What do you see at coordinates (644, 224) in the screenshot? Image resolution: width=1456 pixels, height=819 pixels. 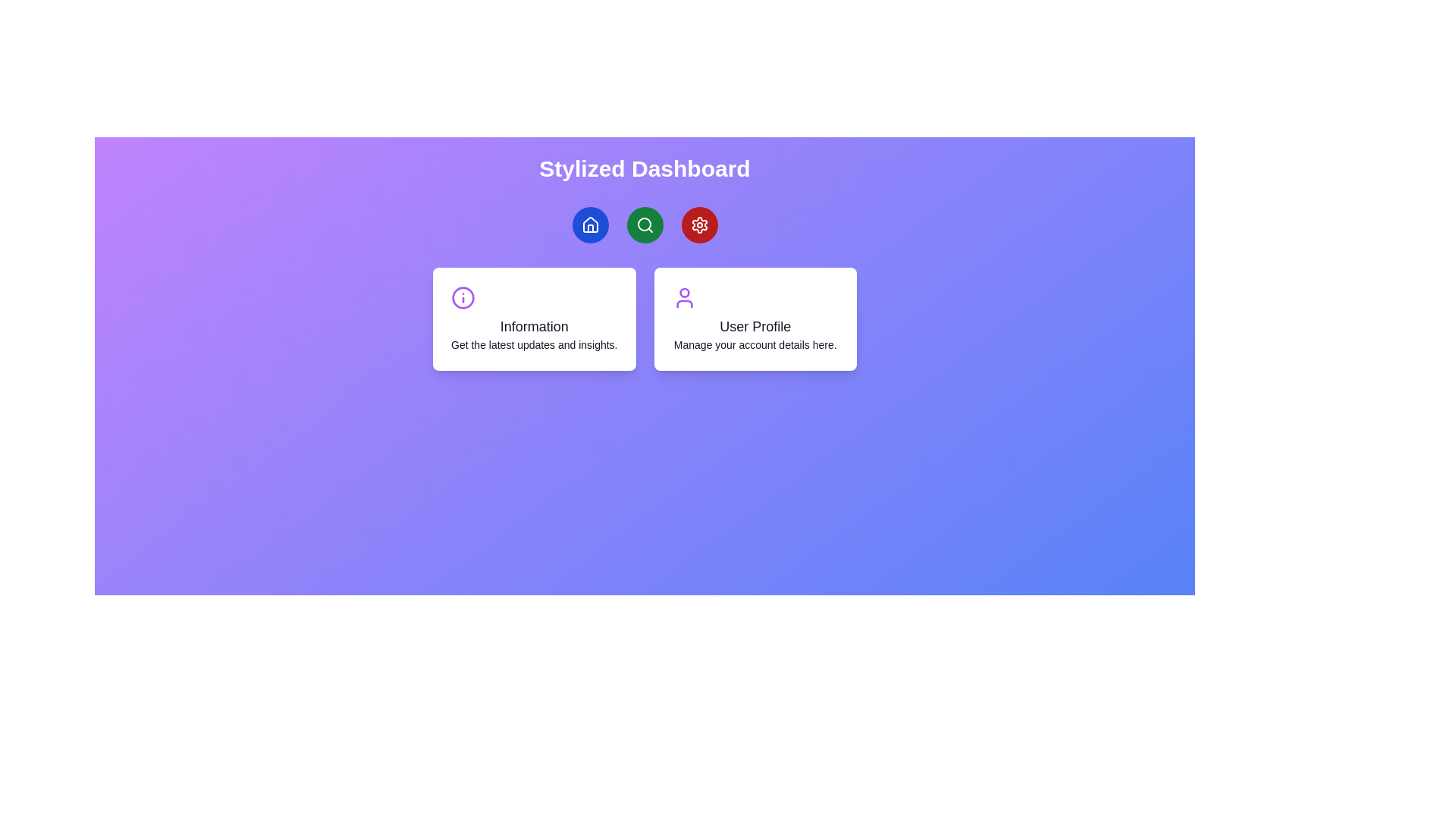 I see `the SVG circle graphical item representing the lens of the magnifying glass in the search icon, which is the second navigation icon from the left below the title 'Stylized Dashboard'` at bounding box center [644, 224].